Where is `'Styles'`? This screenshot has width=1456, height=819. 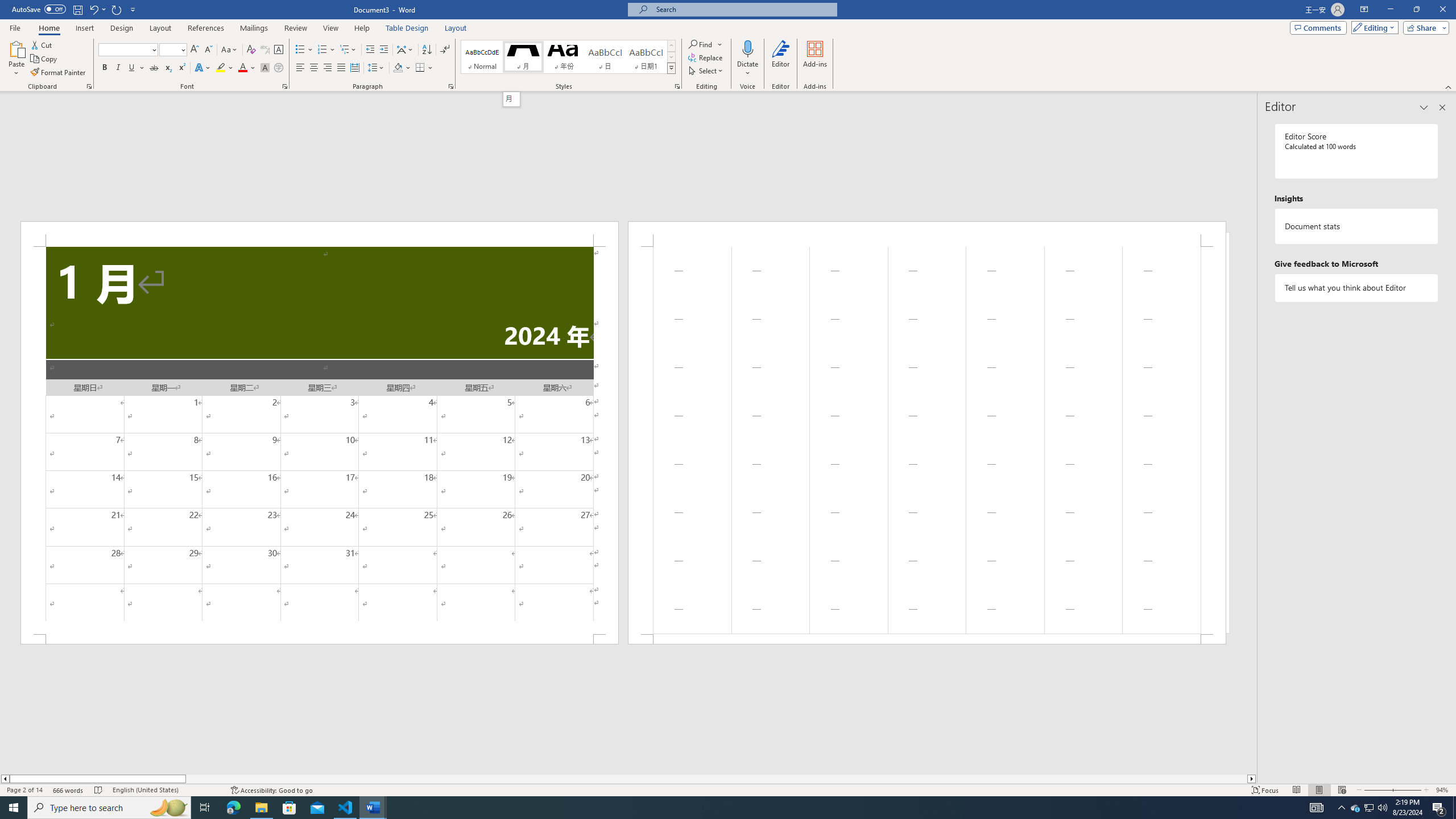 'Styles' is located at coordinates (671, 67).